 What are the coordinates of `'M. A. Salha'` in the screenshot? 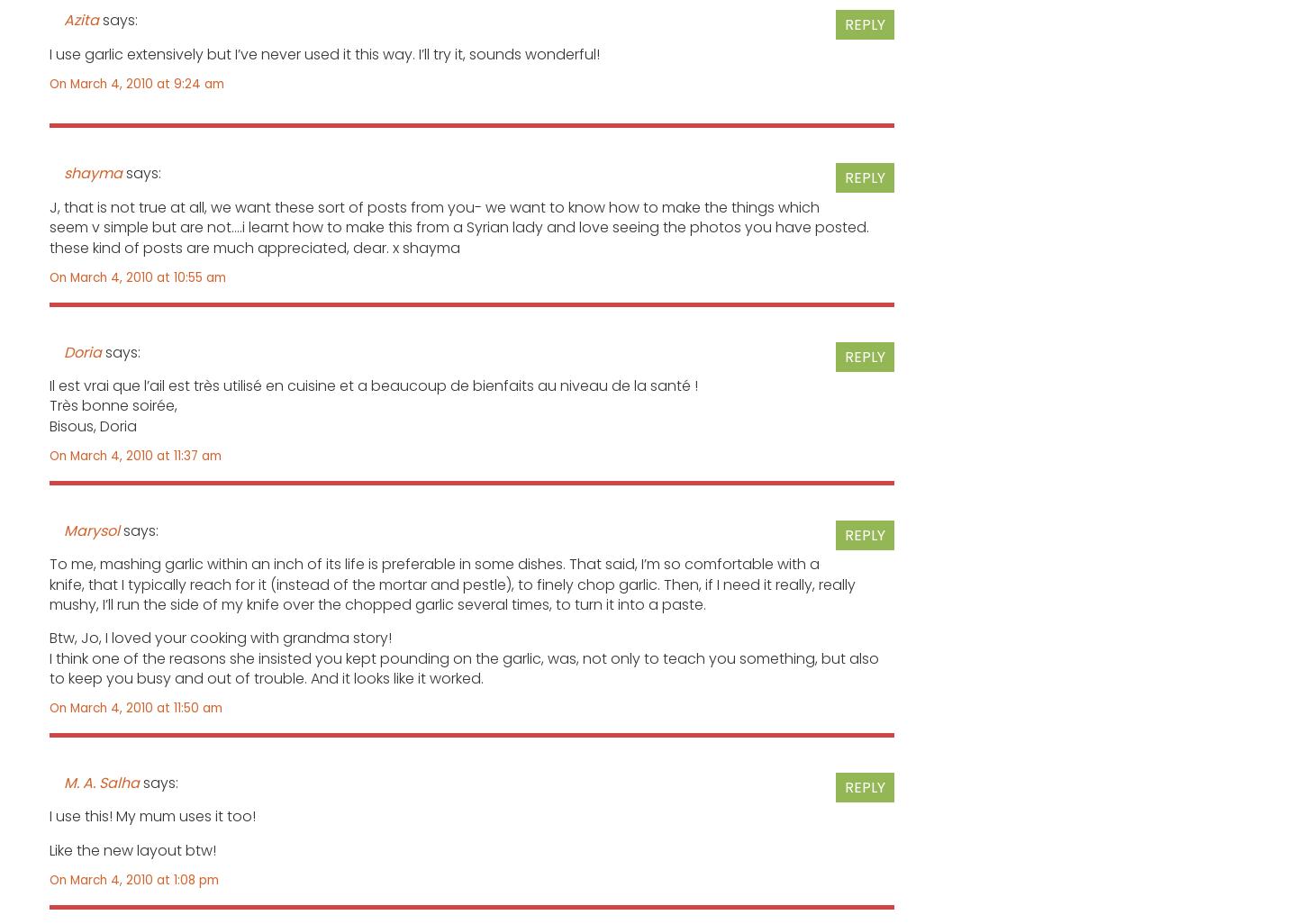 It's located at (101, 783).